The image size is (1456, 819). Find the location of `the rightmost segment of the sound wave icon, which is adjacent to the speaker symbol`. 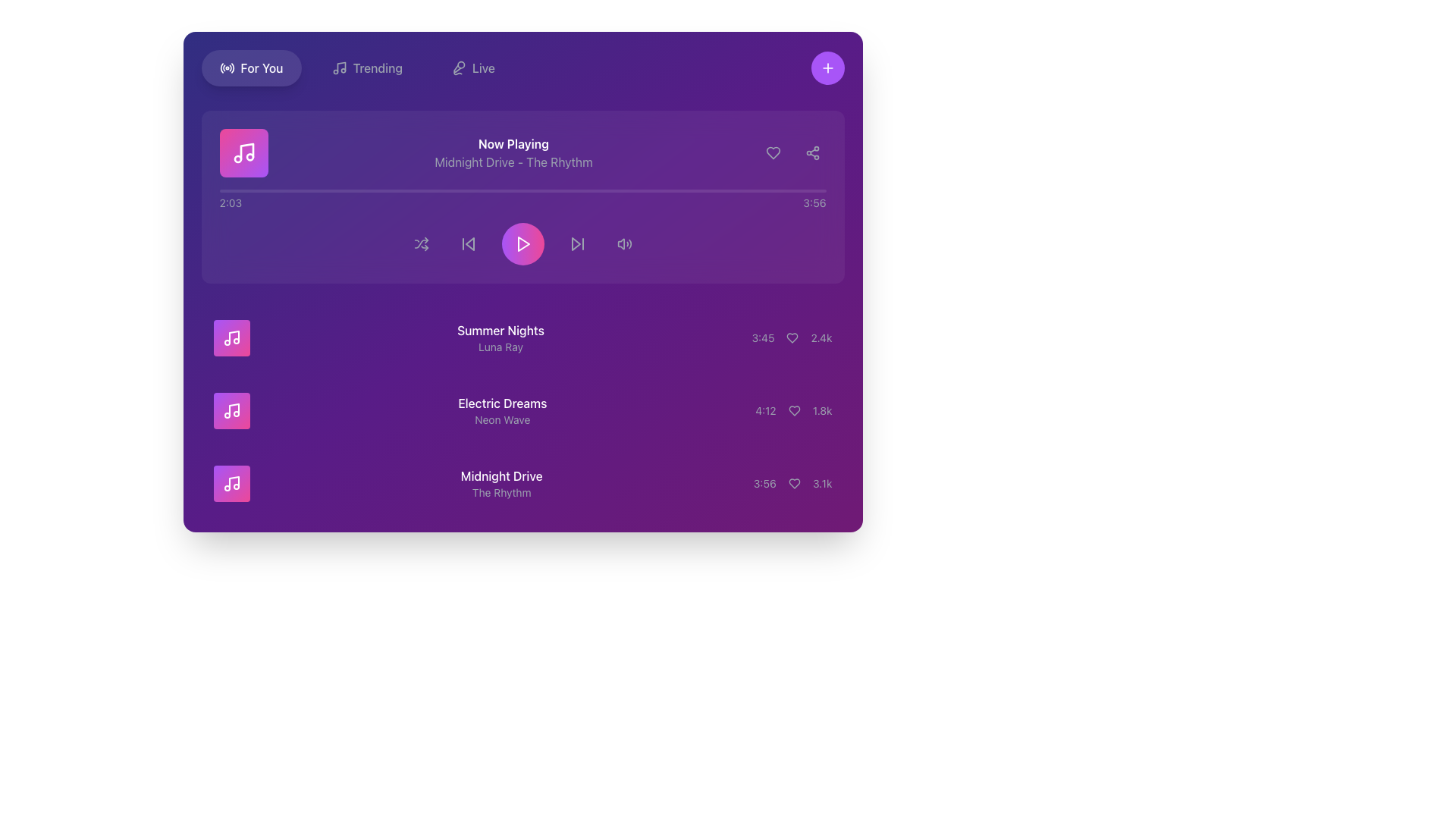

the rightmost segment of the sound wave icon, which is adjacent to the speaker symbol is located at coordinates (629, 243).